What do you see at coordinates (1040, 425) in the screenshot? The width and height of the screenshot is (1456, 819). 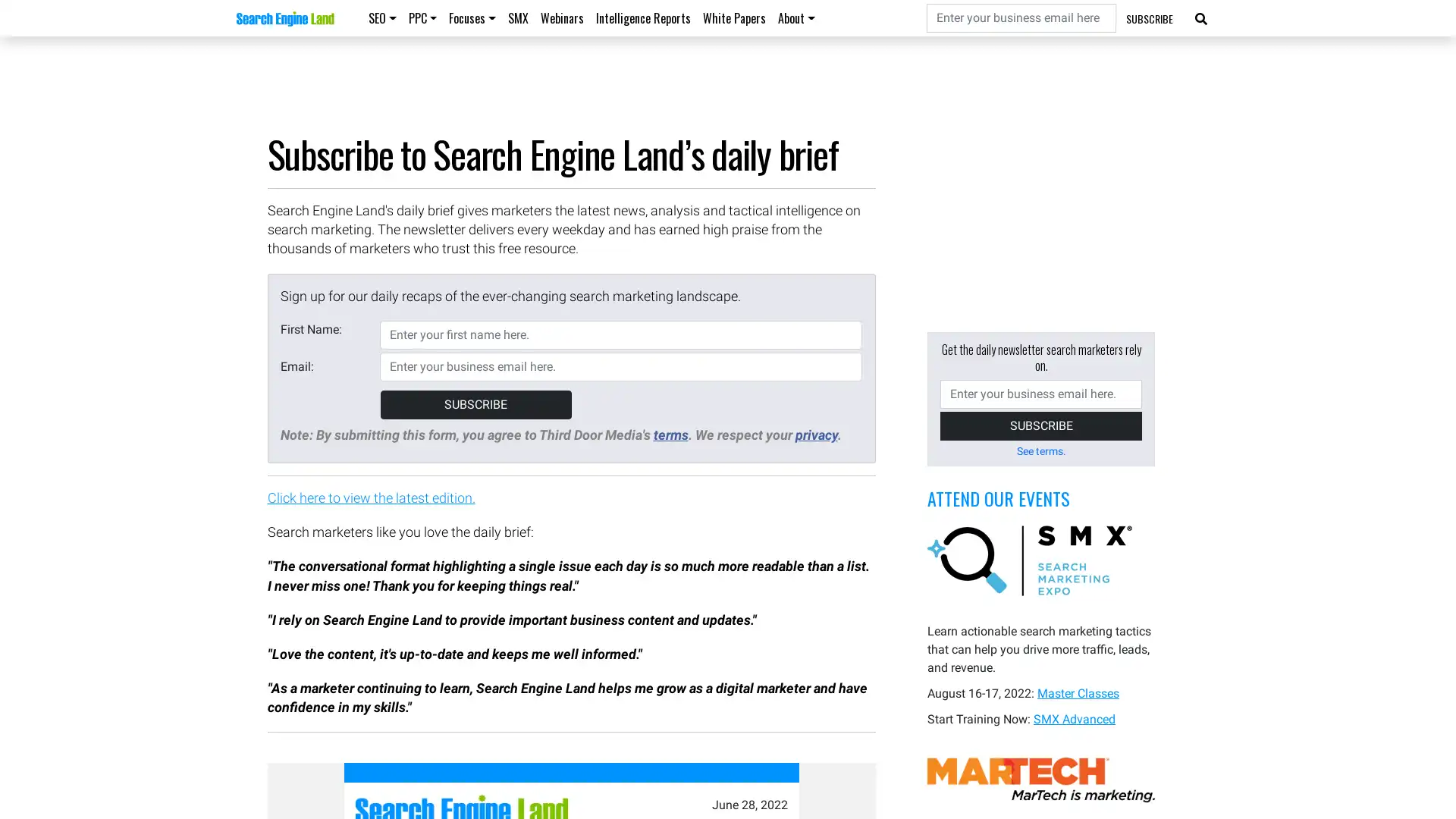 I see `SUBSCRIBE` at bounding box center [1040, 425].